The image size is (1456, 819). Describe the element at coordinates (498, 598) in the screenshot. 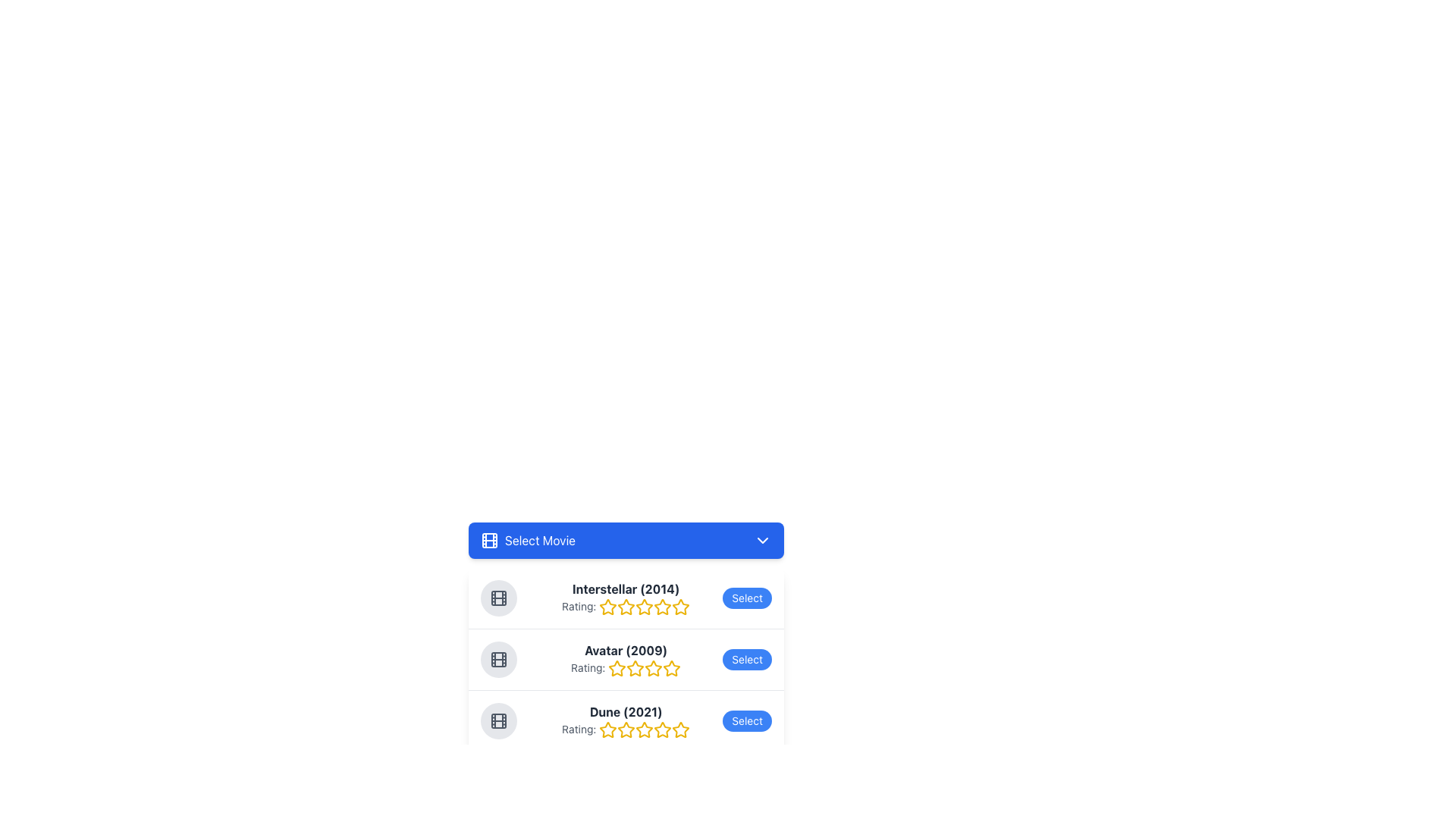

I see `the movie icon located to the left of the text 'Interstellar (2014)' in the first row of the list, which serves as a visual indicator for the movie` at that location.